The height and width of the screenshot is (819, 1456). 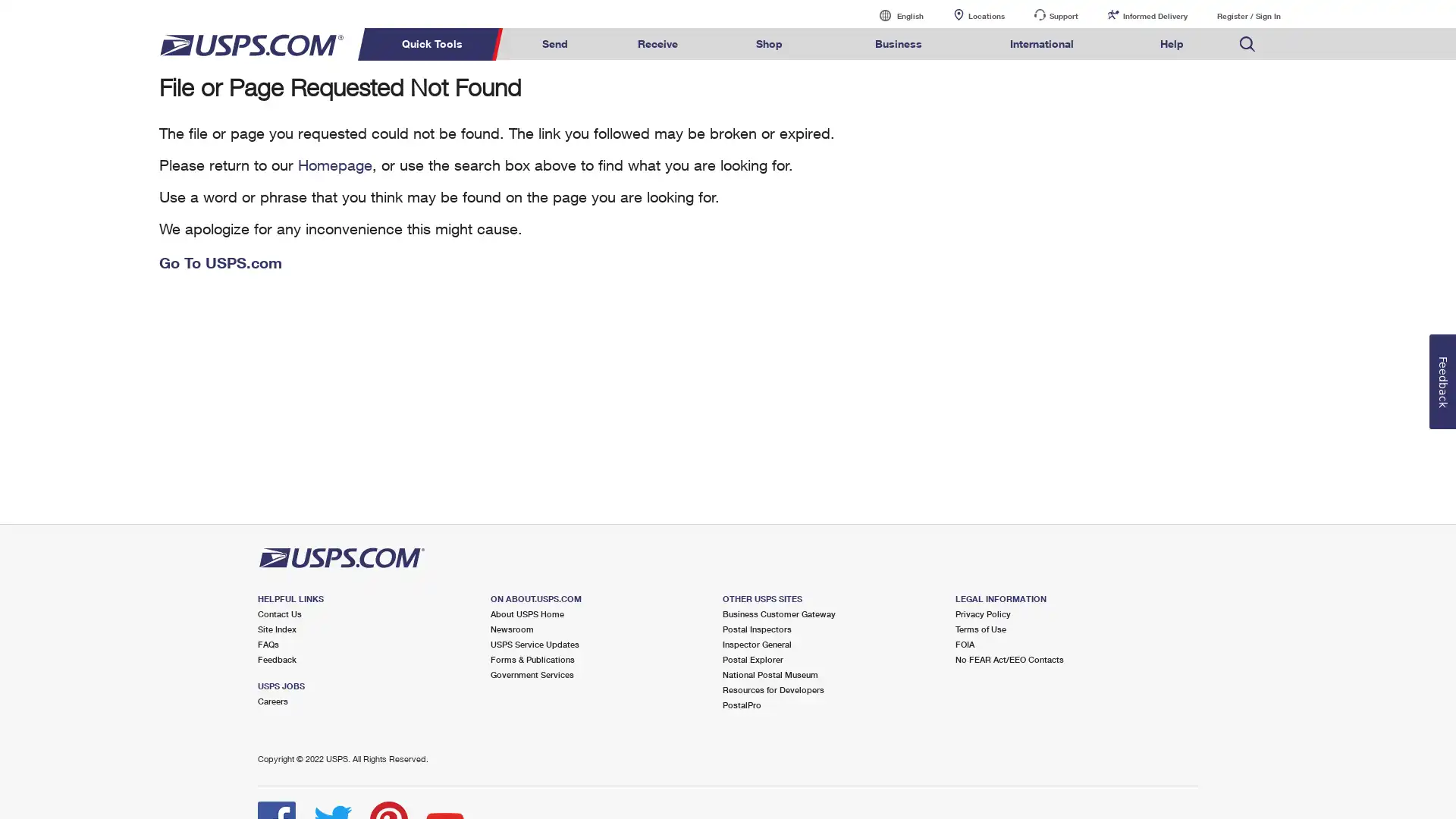 I want to click on Search, so click(x=1043, y=464).